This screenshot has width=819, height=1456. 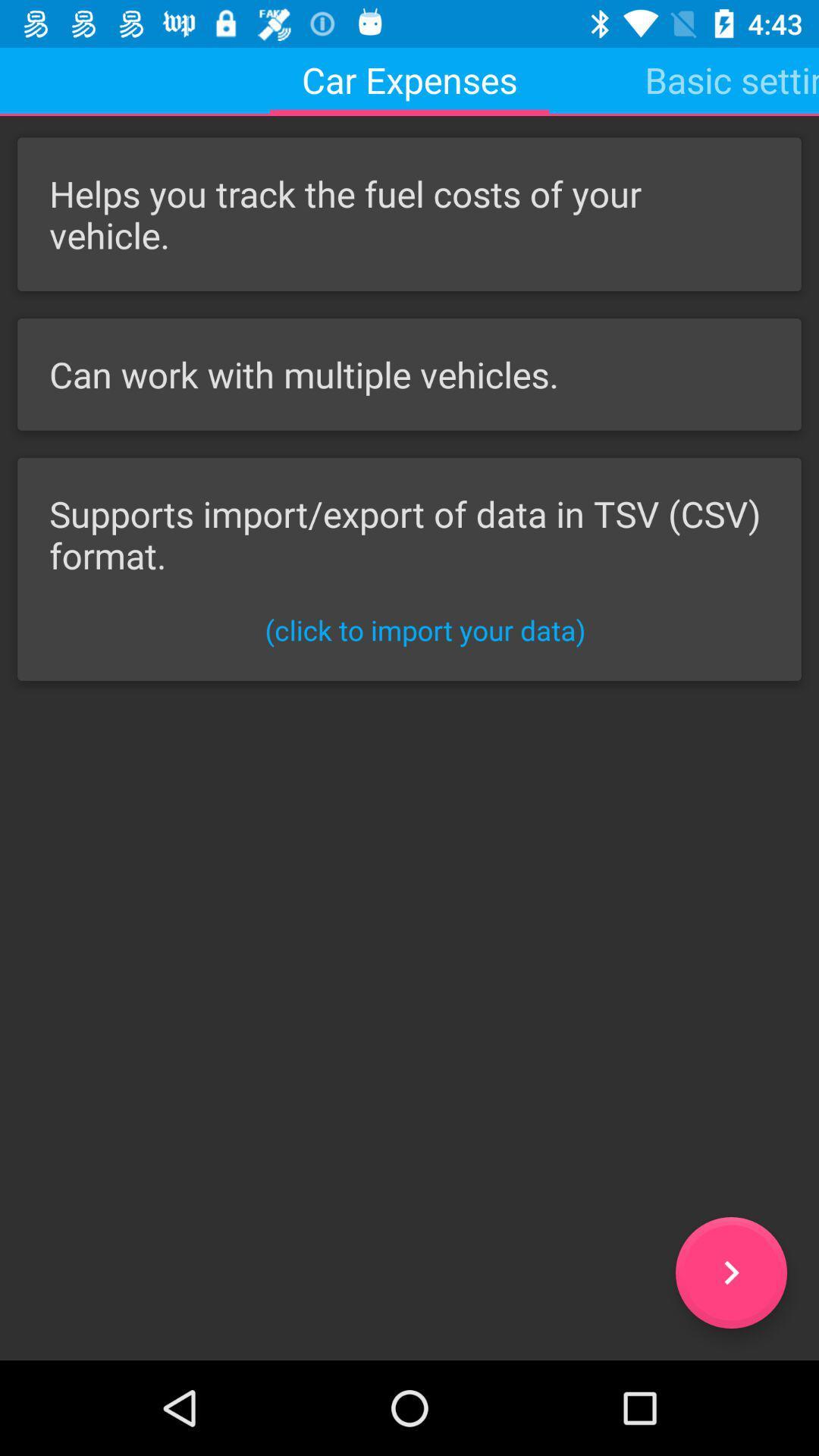 What do you see at coordinates (425, 629) in the screenshot?
I see `click to import icon` at bounding box center [425, 629].